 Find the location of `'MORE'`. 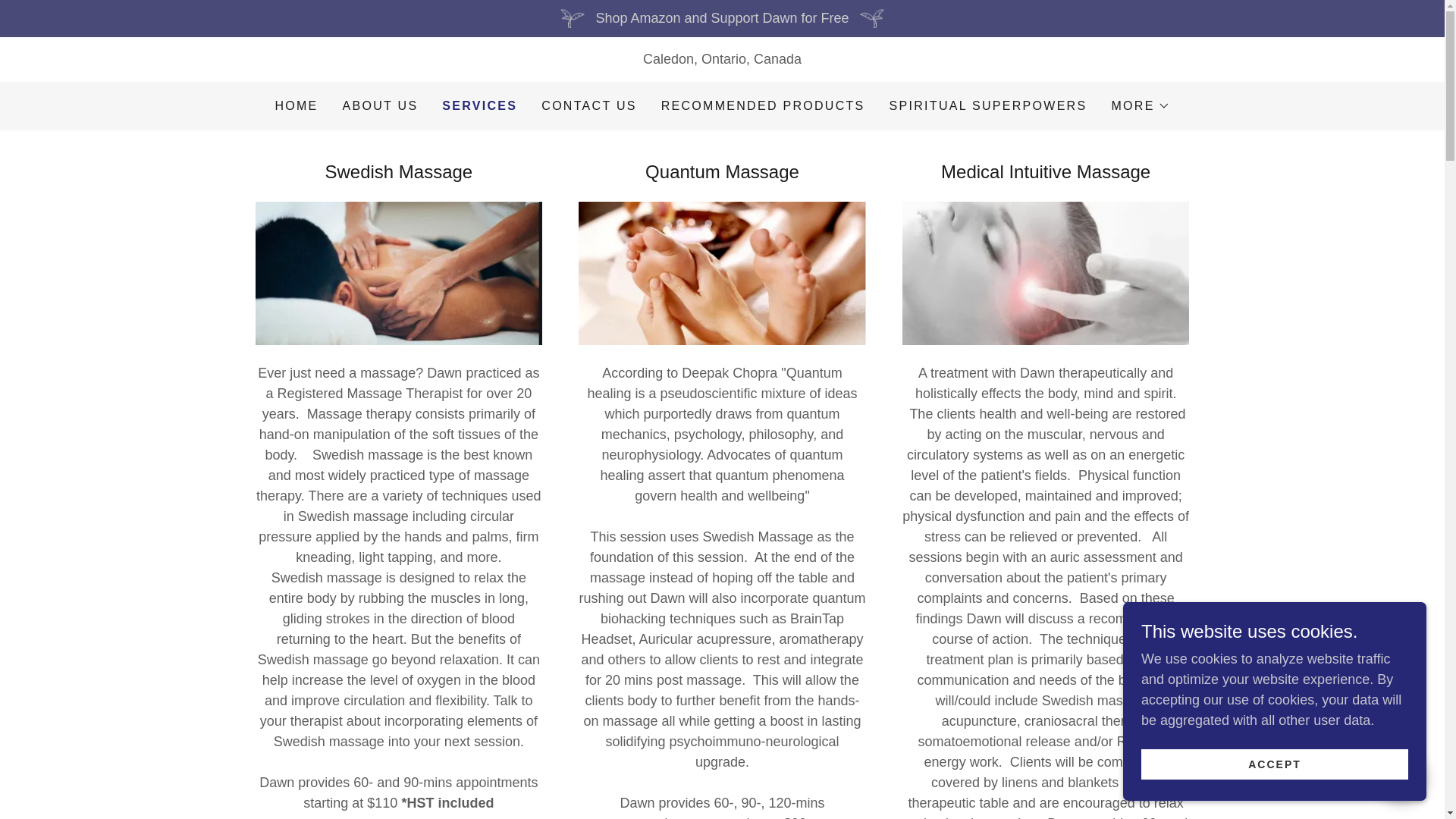

'MORE' is located at coordinates (1140, 105).